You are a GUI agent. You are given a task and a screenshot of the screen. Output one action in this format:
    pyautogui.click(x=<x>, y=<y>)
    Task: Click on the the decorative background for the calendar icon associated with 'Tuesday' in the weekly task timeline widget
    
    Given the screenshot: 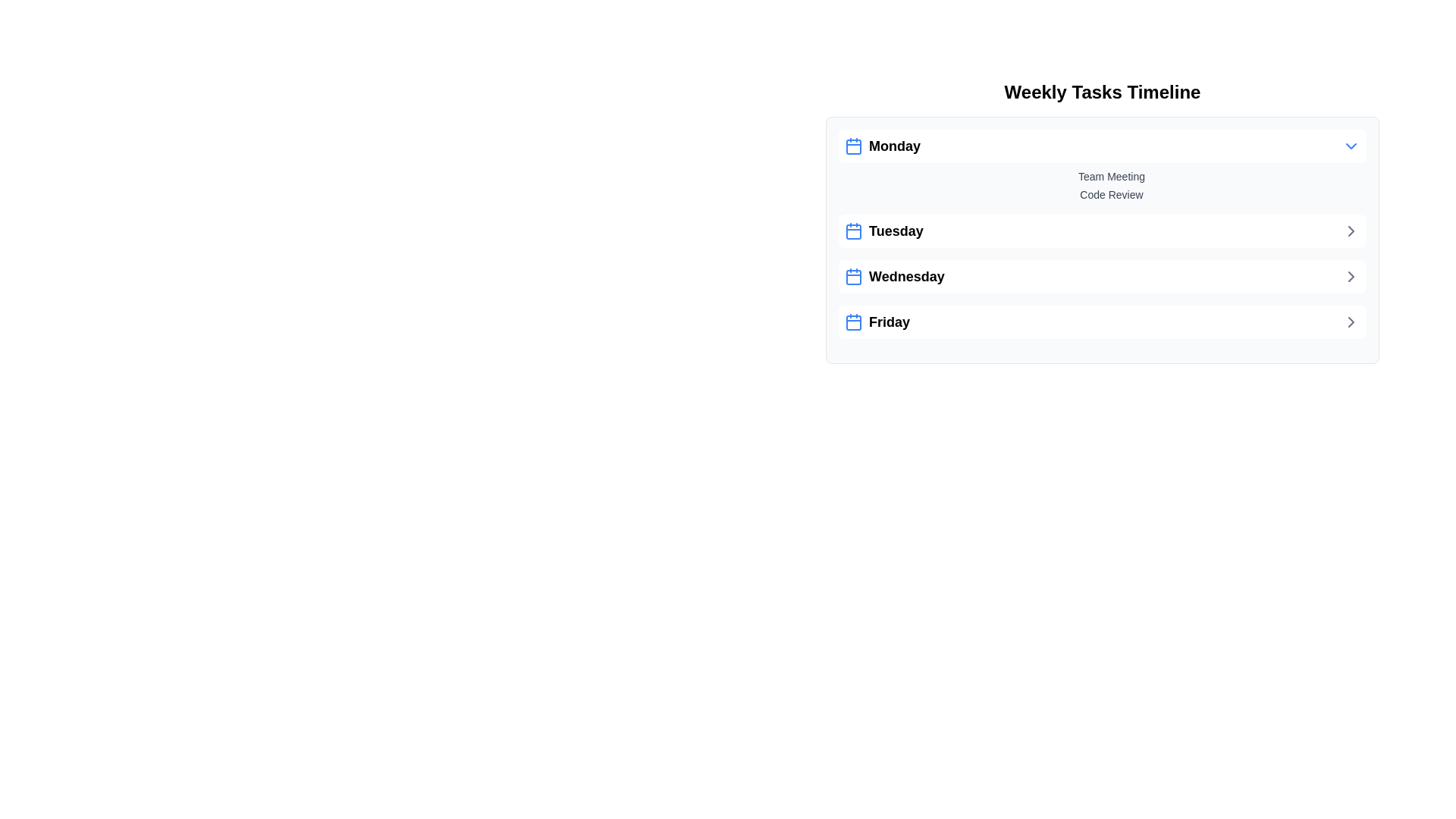 What is the action you would take?
    pyautogui.click(x=854, y=231)
    